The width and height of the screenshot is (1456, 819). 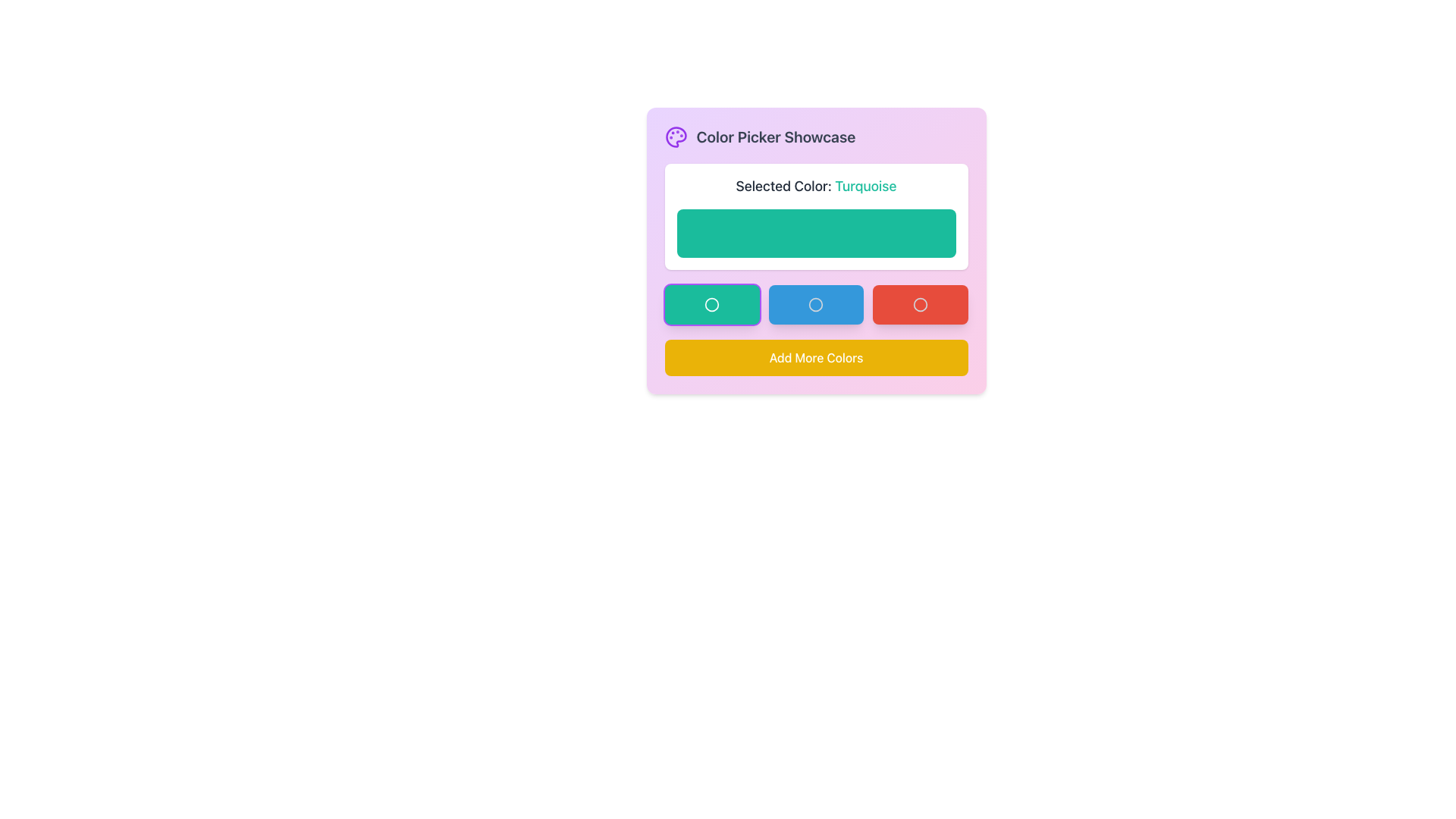 I want to click on the middle blue button with rounded corners located in the row of three buttons below the 'Selected Color: Turquoise' text, so click(x=815, y=304).